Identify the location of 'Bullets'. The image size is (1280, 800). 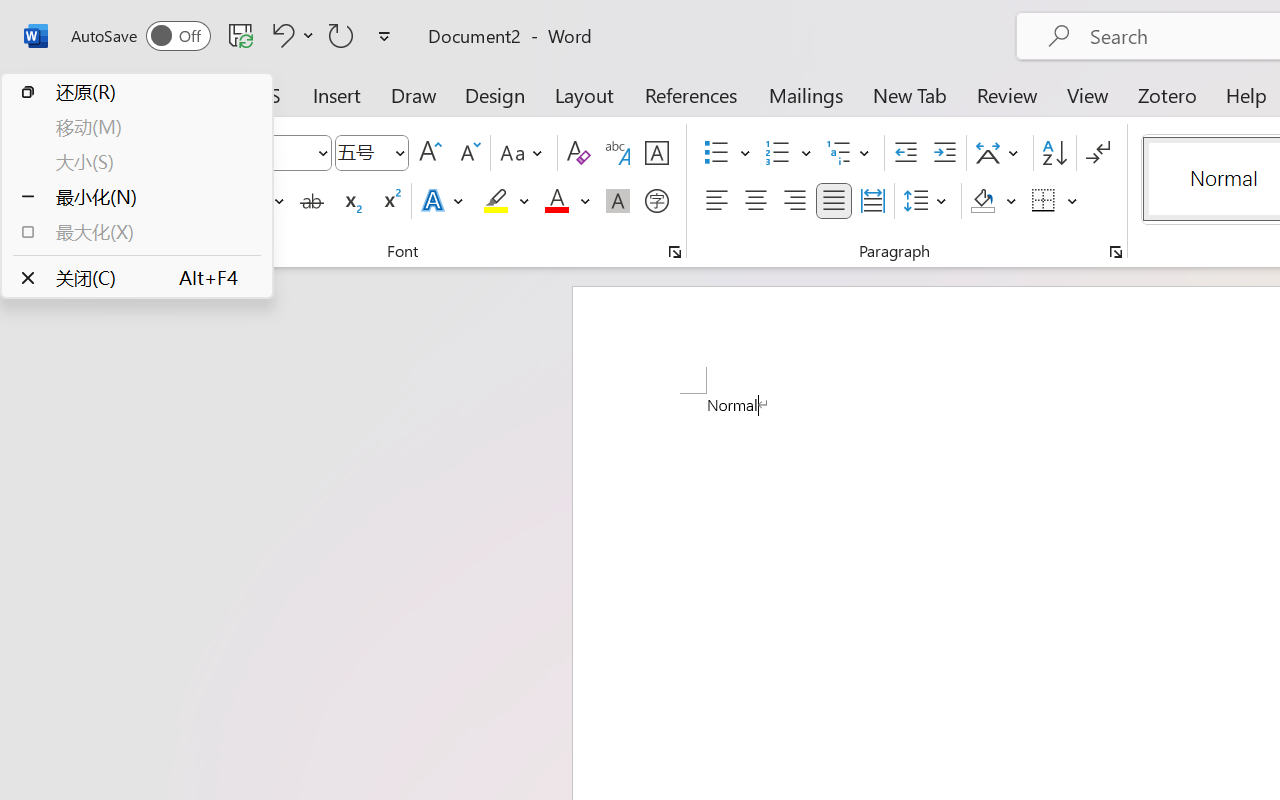
(716, 153).